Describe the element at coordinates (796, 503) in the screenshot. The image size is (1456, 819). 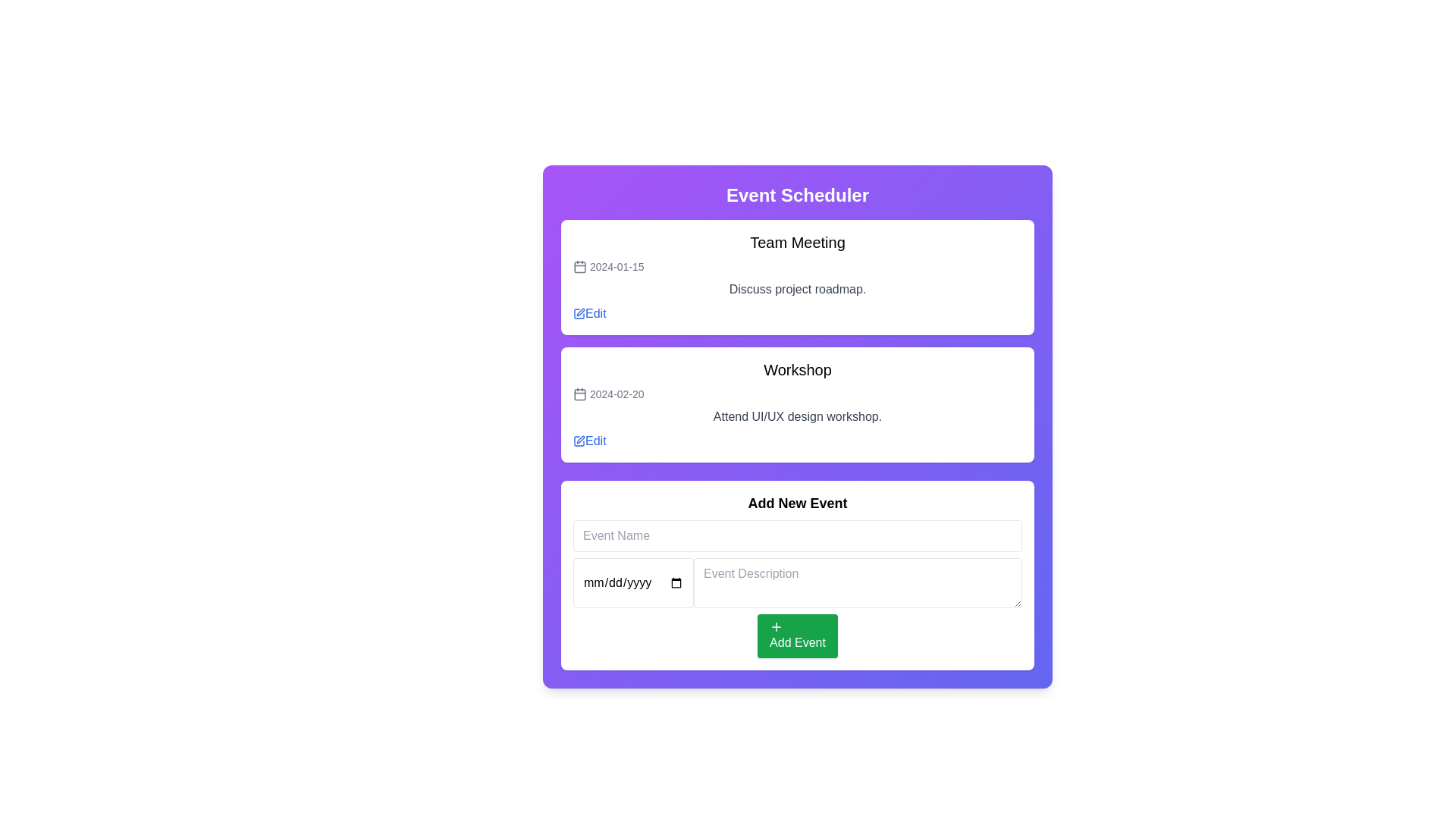
I see `the static text element that serves as the heading for the 'Add New Event' section, positioned above the 'Event Name' input field` at that location.